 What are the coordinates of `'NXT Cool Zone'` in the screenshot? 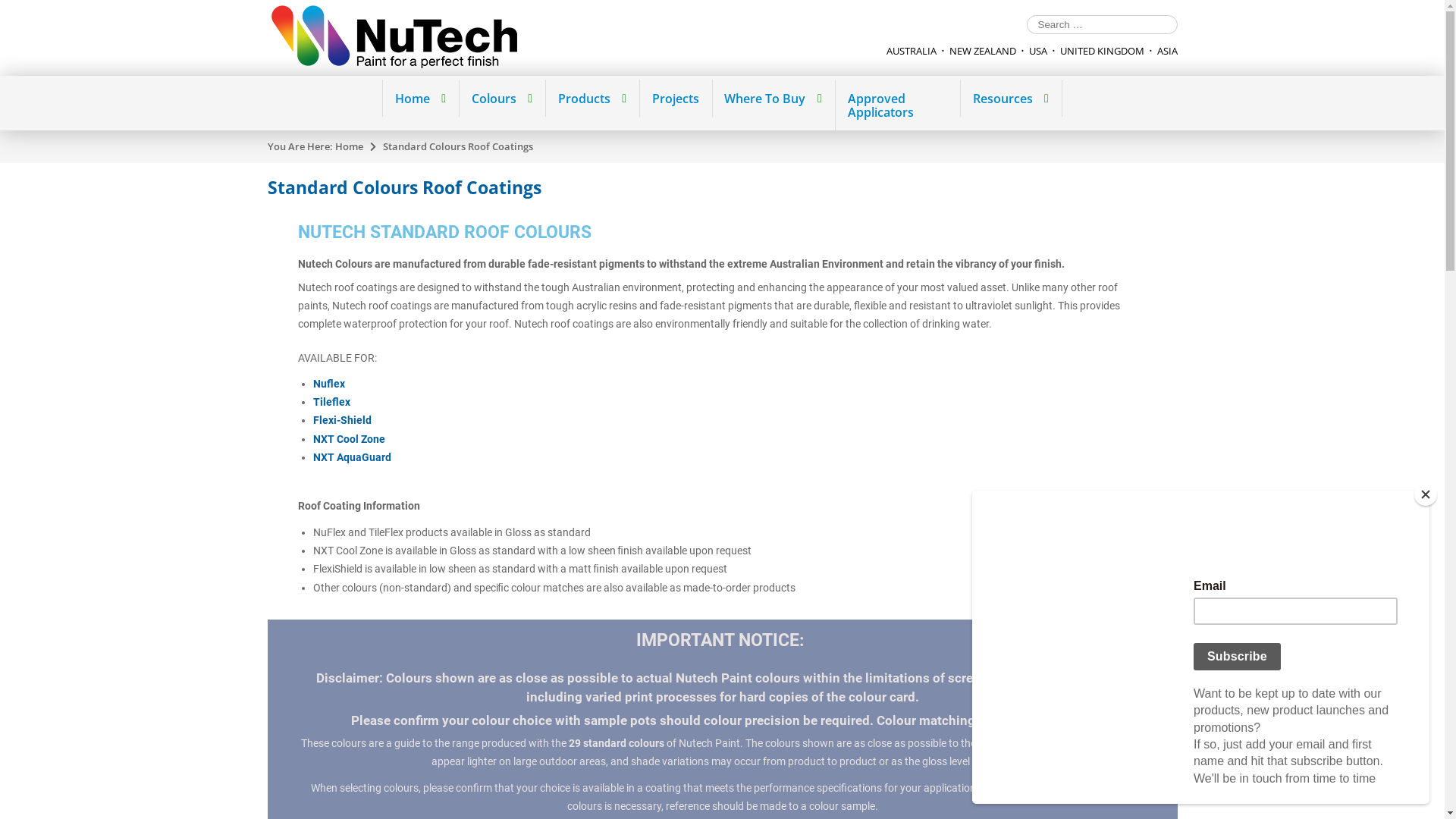 It's located at (347, 438).